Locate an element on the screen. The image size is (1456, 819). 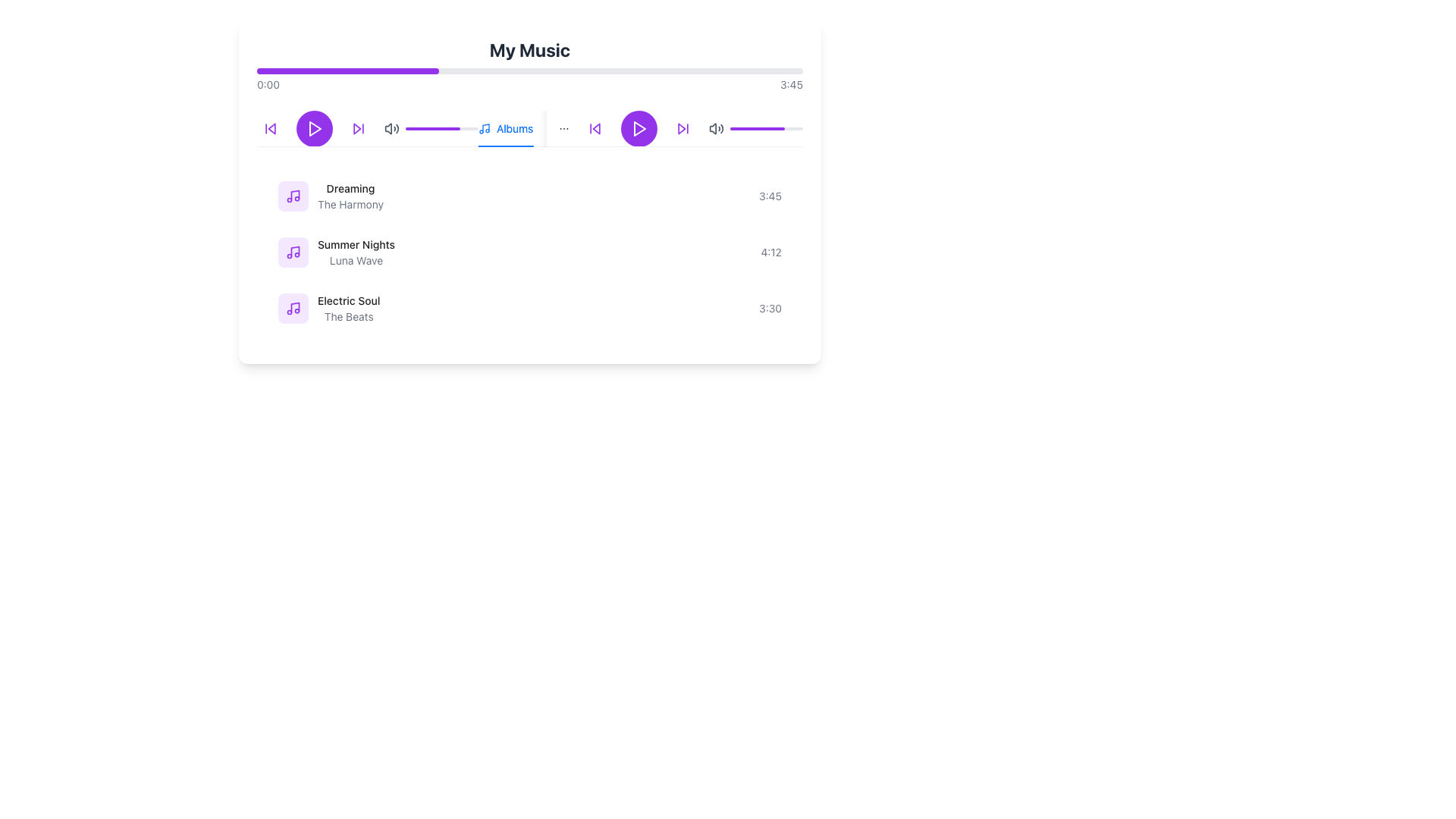
playback position is located at coordinates (411, 127).